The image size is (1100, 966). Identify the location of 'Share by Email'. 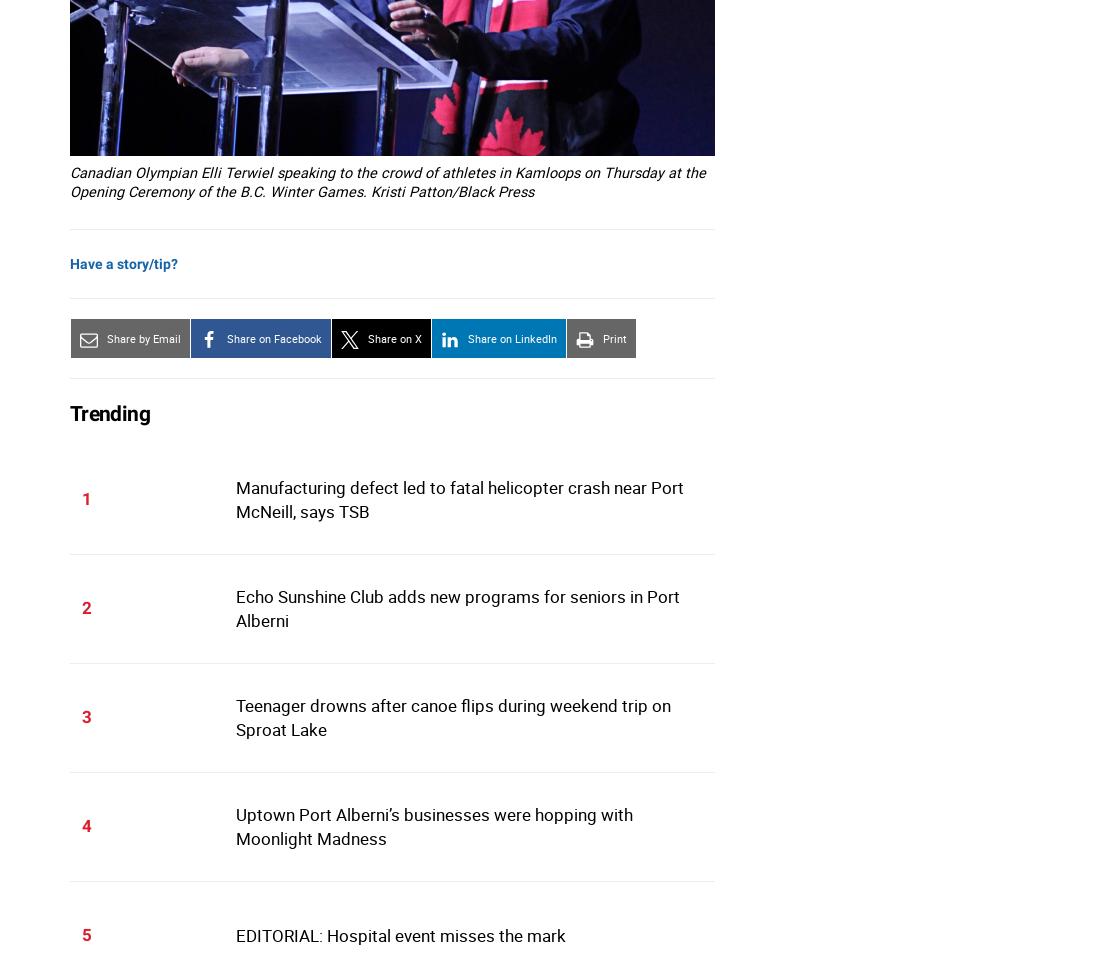
(142, 338).